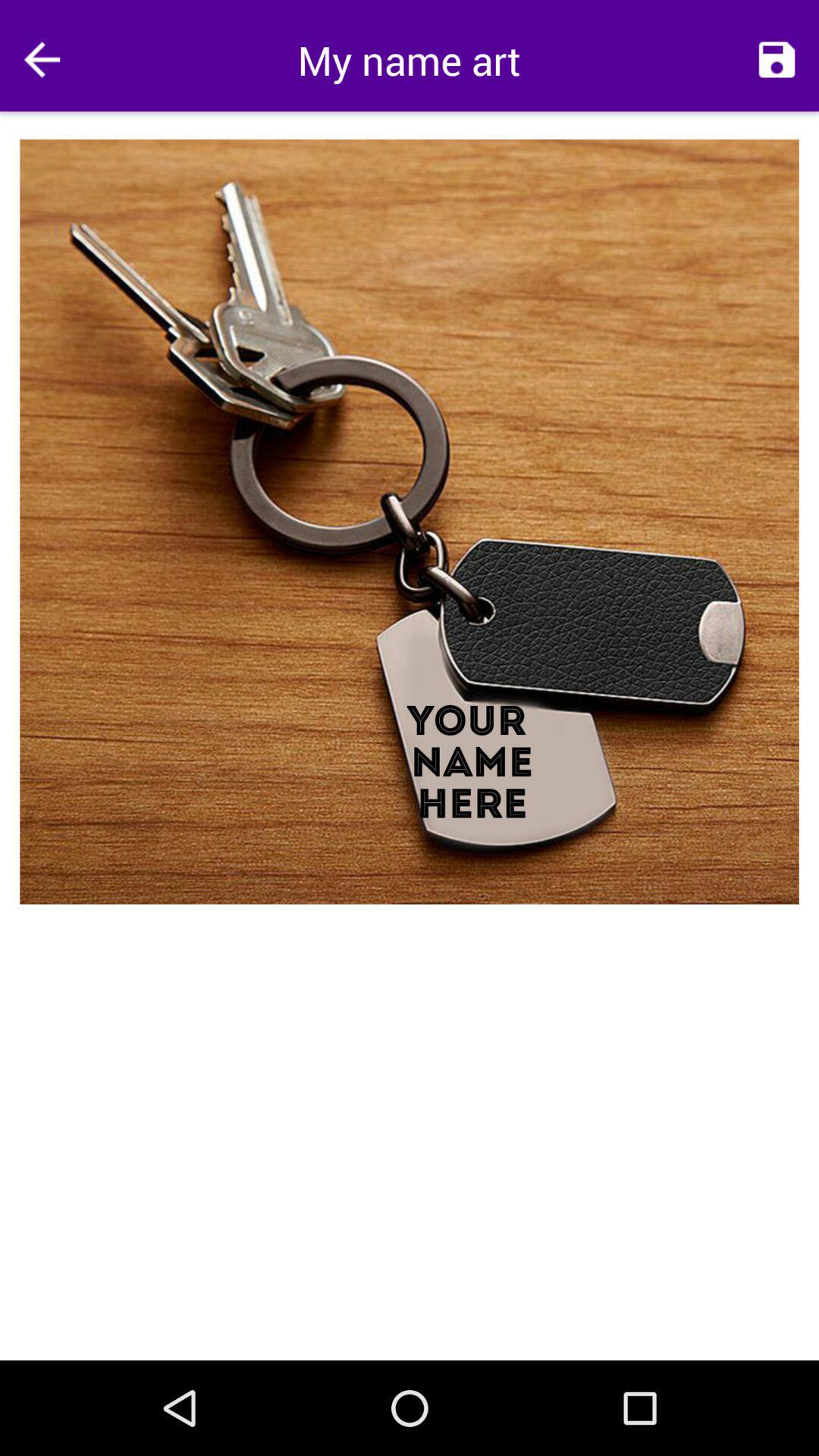 The image size is (819, 1456). Describe the element at coordinates (41, 59) in the screenshot. I see `the icon at the top left corner` at that location.